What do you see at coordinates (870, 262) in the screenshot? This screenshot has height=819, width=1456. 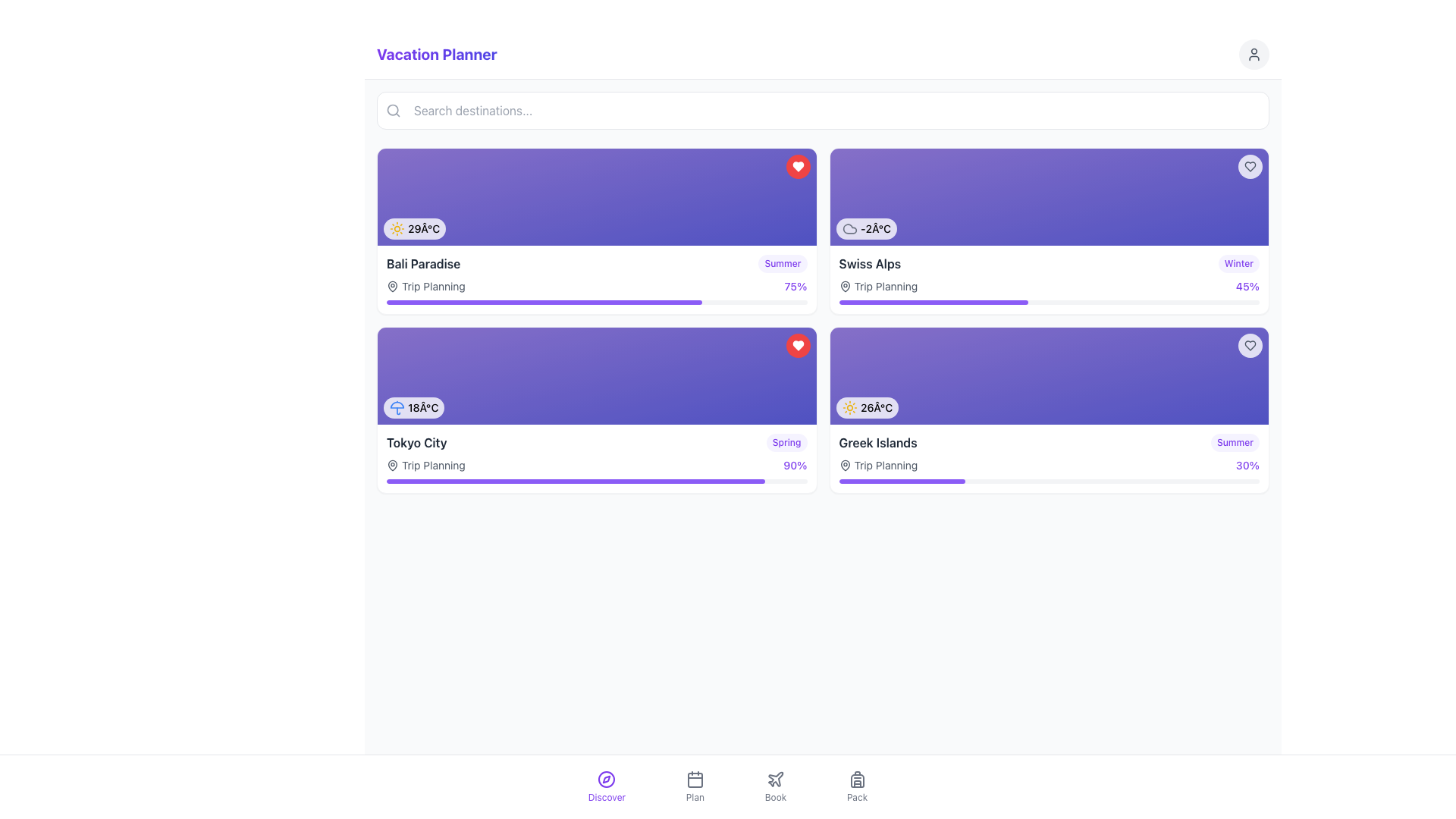 I see `destination name from the text label located in the upper-right card section of the interface, positioned to the left of the 'Winter' tag` at bounding box center [870, 262].